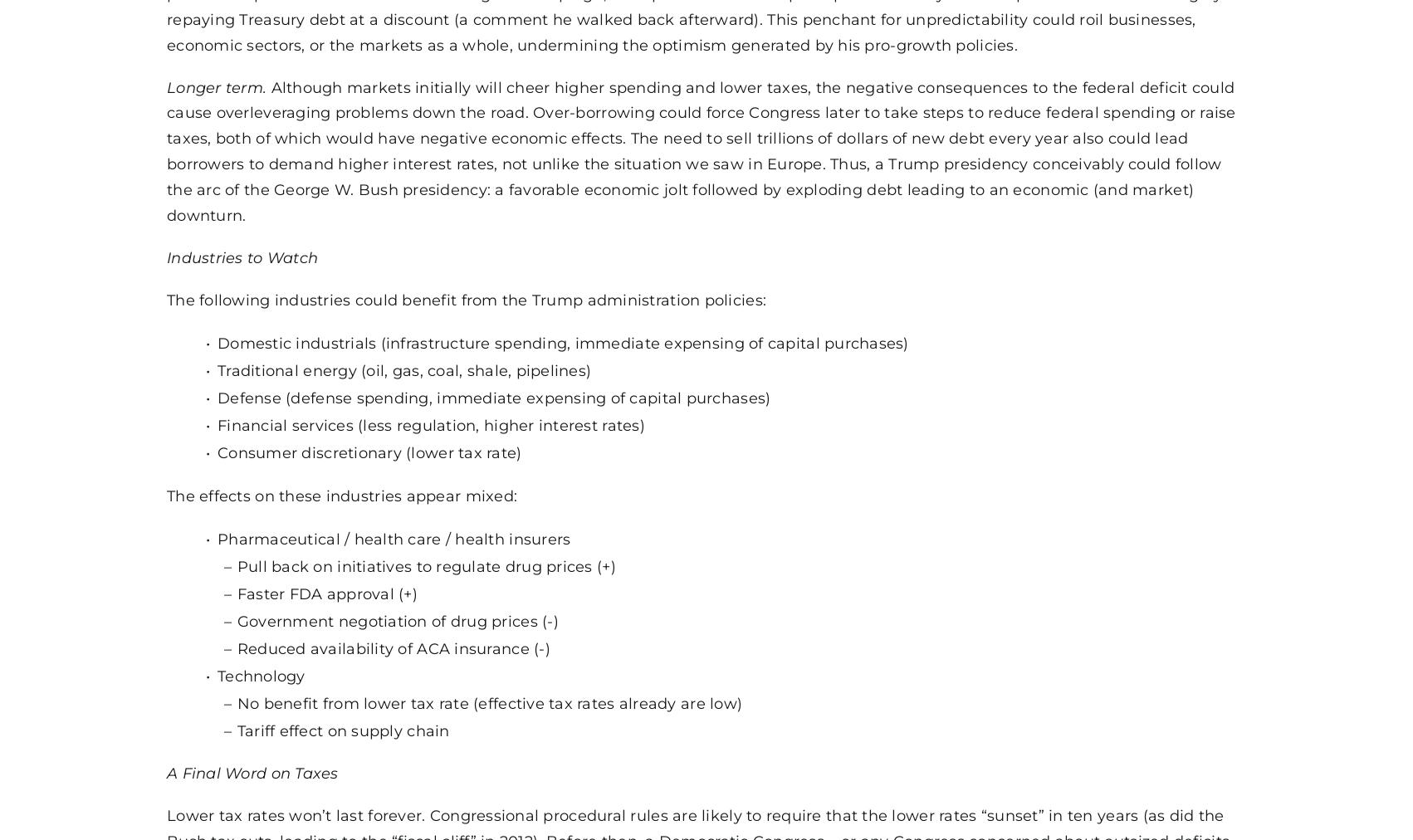  Describe the element at coordinates (563, 342) in the screenshot. I see `'Domestic industrials (infrastructure spending, immediate expensing of capital purchases)'` at that location.